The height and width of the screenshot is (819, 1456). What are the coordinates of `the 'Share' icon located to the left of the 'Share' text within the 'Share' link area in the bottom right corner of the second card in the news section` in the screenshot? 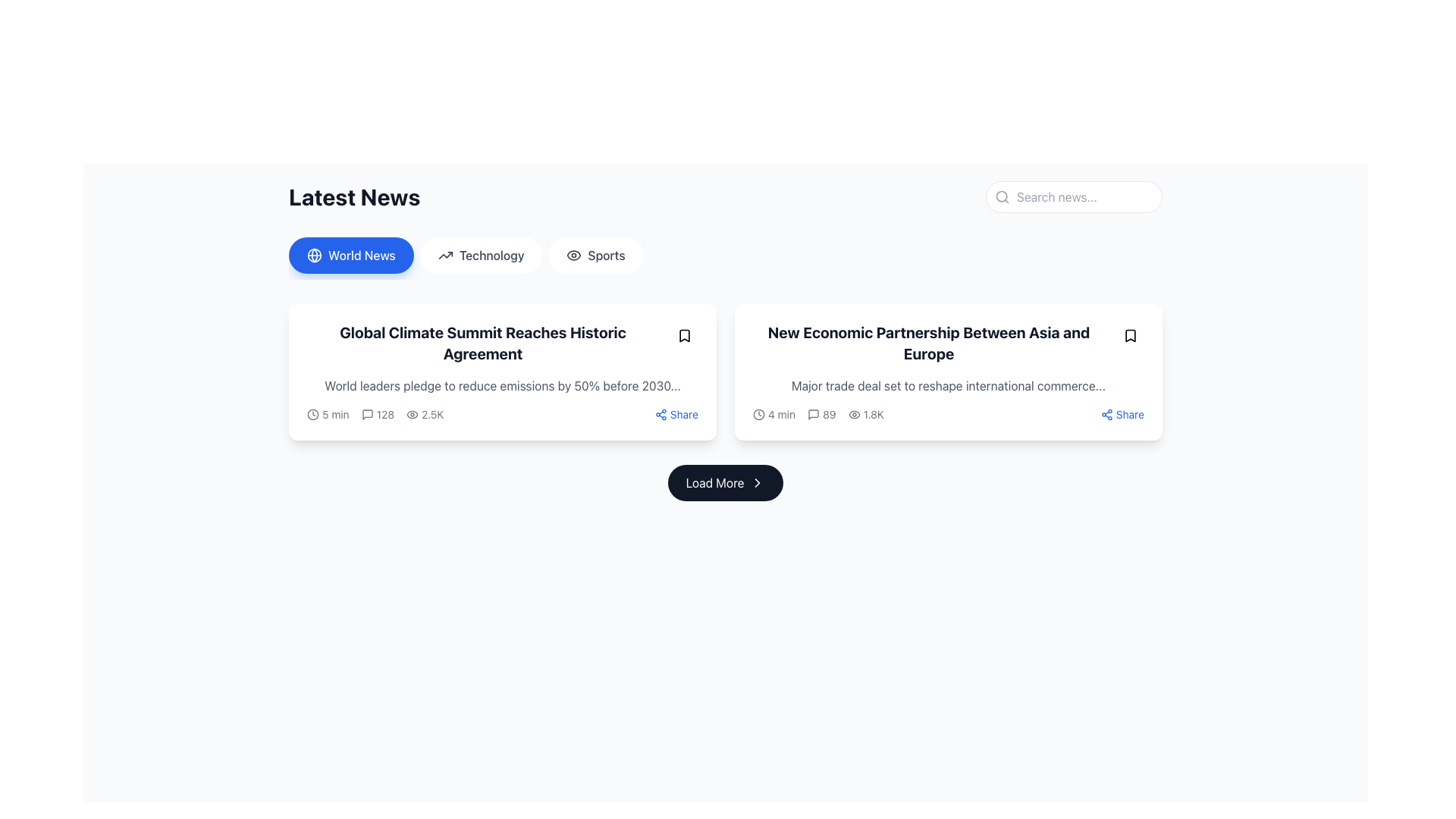 It's located at (661, 415).